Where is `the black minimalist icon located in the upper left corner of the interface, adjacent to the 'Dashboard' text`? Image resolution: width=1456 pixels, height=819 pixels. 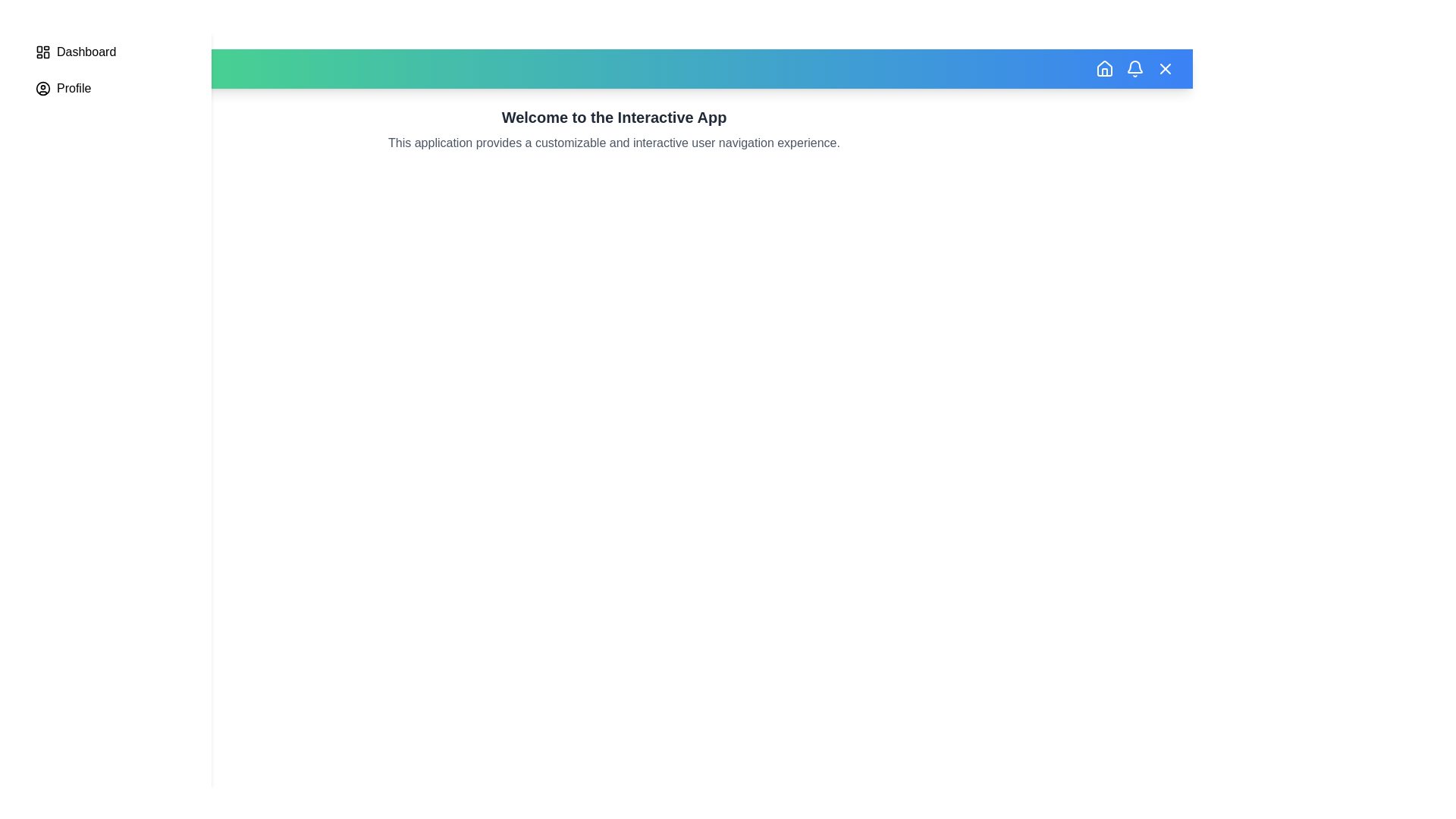
the black minimalist icon located in the upper left corner of the interface, adjacent to the 'Dashboard' text is located at coordinates (43, 52).